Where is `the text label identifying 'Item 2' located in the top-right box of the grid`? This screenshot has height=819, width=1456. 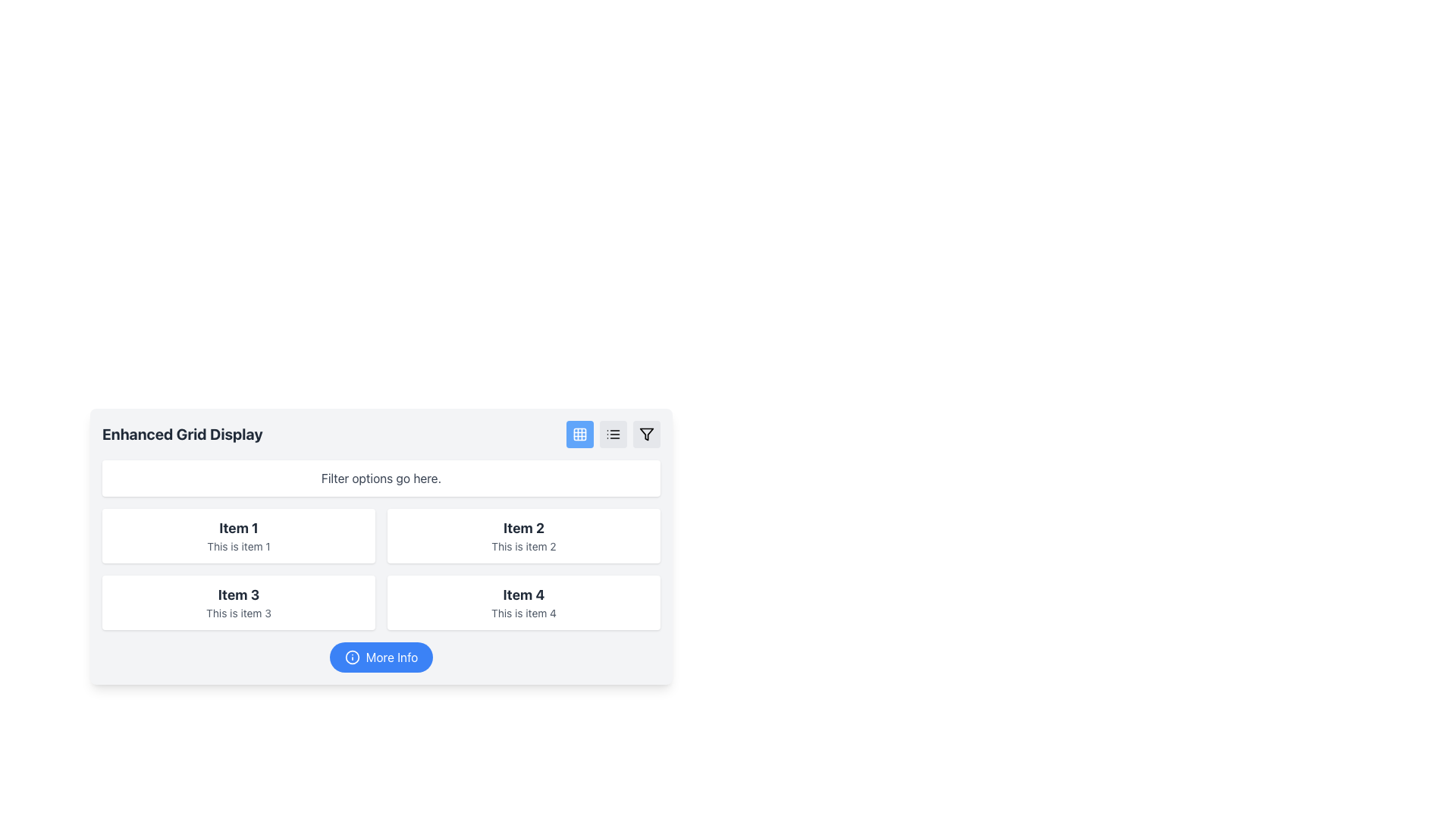 the text label identifying 'Item 2' located in the top-right box of the grid is located at coordinates (524, 528).